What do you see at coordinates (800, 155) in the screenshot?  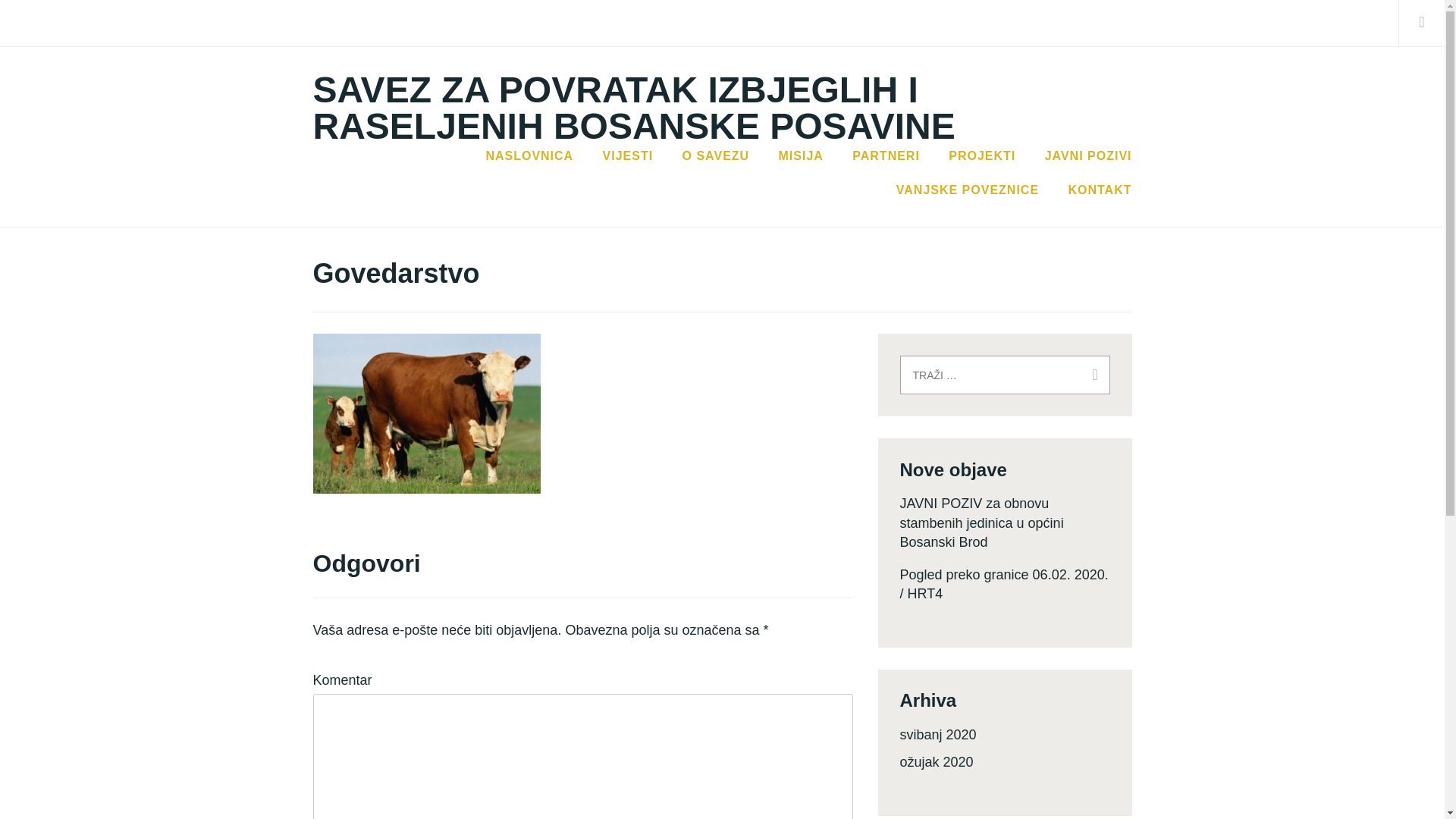 I see `'MISIJA'` at bounding box center [800, 155].